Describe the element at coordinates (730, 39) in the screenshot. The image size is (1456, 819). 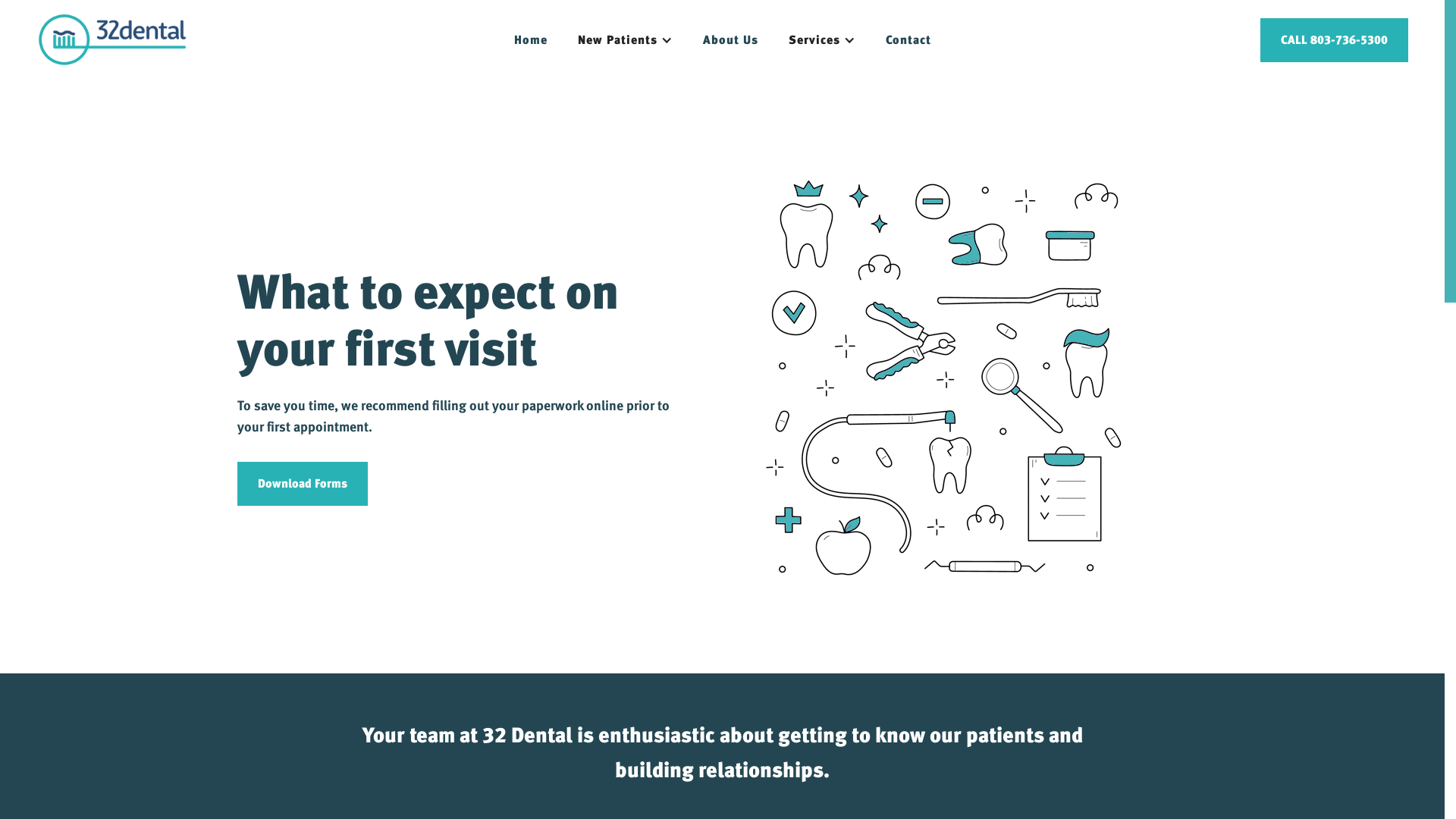
I see `'About Us'` at that location.